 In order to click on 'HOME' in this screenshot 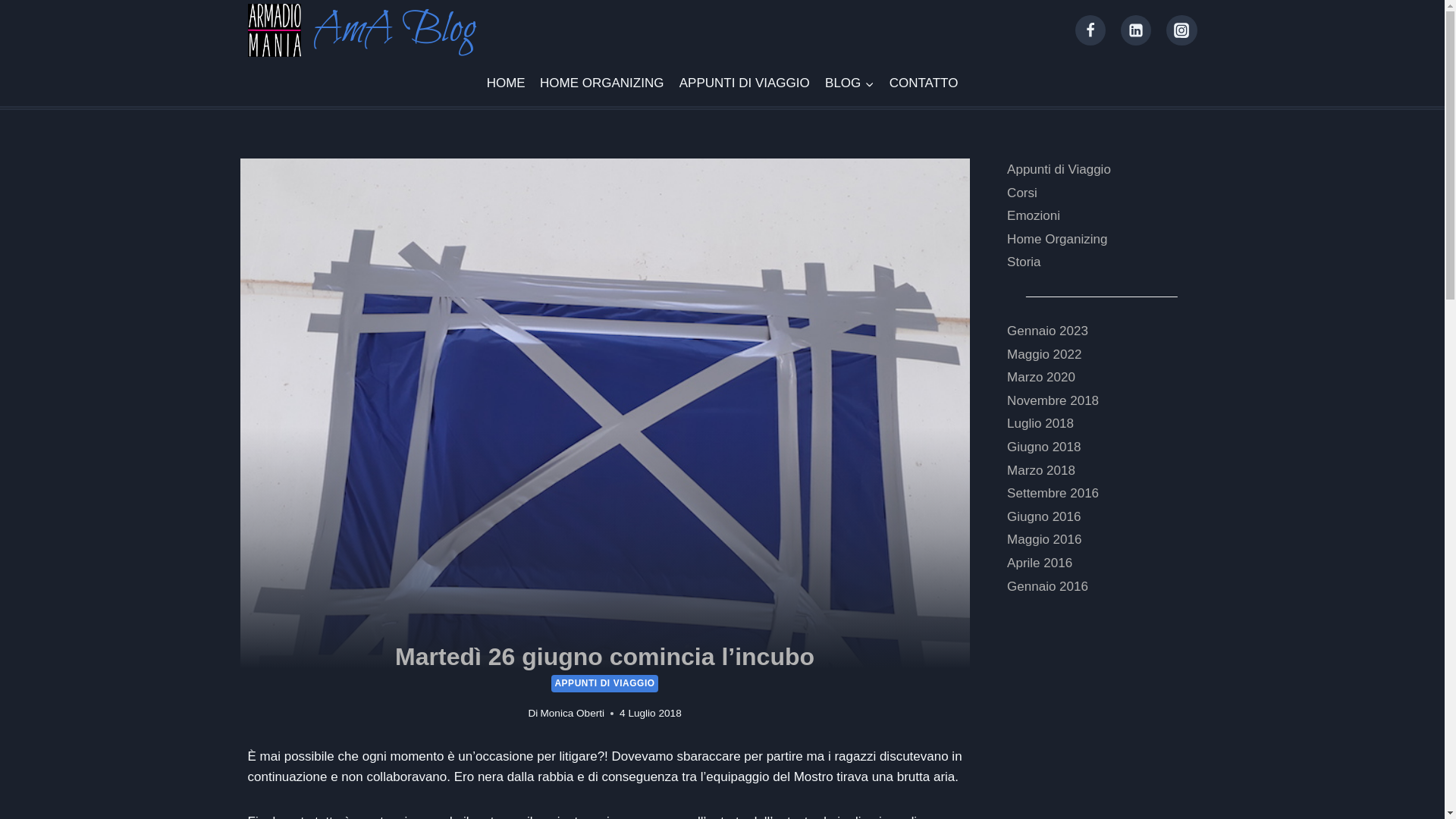, I will do `click(505, 83)`.